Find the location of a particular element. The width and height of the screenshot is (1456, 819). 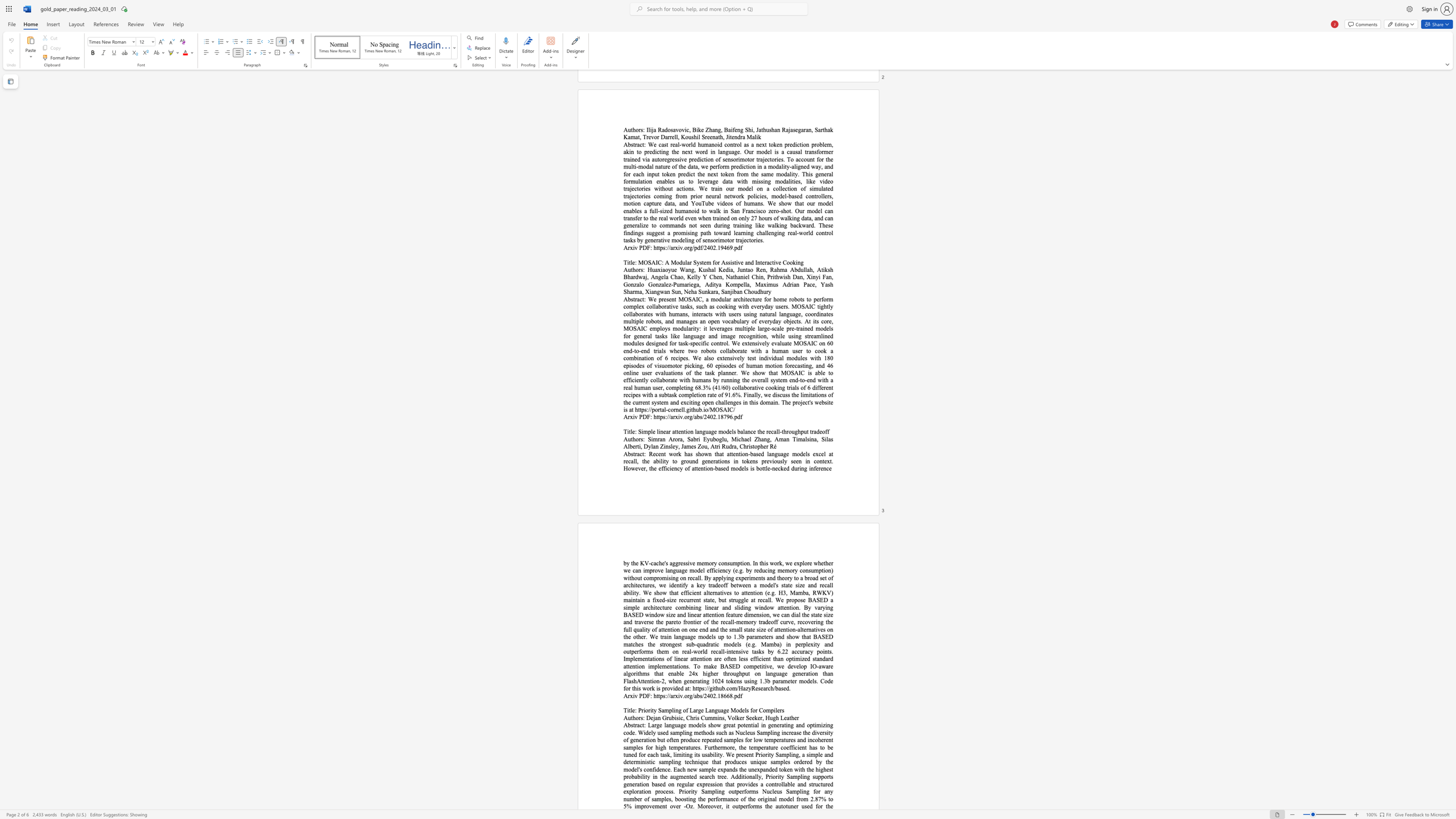

the subset text "provides a controllable and structured exploration process. Priority Sampling outperforms Nucleus Sampling for any number of sam" within the text "Large language models show great potential in generating and optimizing code. Widely used sampling methods such as Nucleus Sampling increase the diversity of generation but often produce repeated samples for low temperatures and incoherent samples for high temperatures. Furthermore, the temperature coefficient has to be tuned for each task, limiting its usability. We present Priority Sampling, a simple and deterministic sampling technique that produces unique samples ordered by the model" is located at coordinates (736, 784).